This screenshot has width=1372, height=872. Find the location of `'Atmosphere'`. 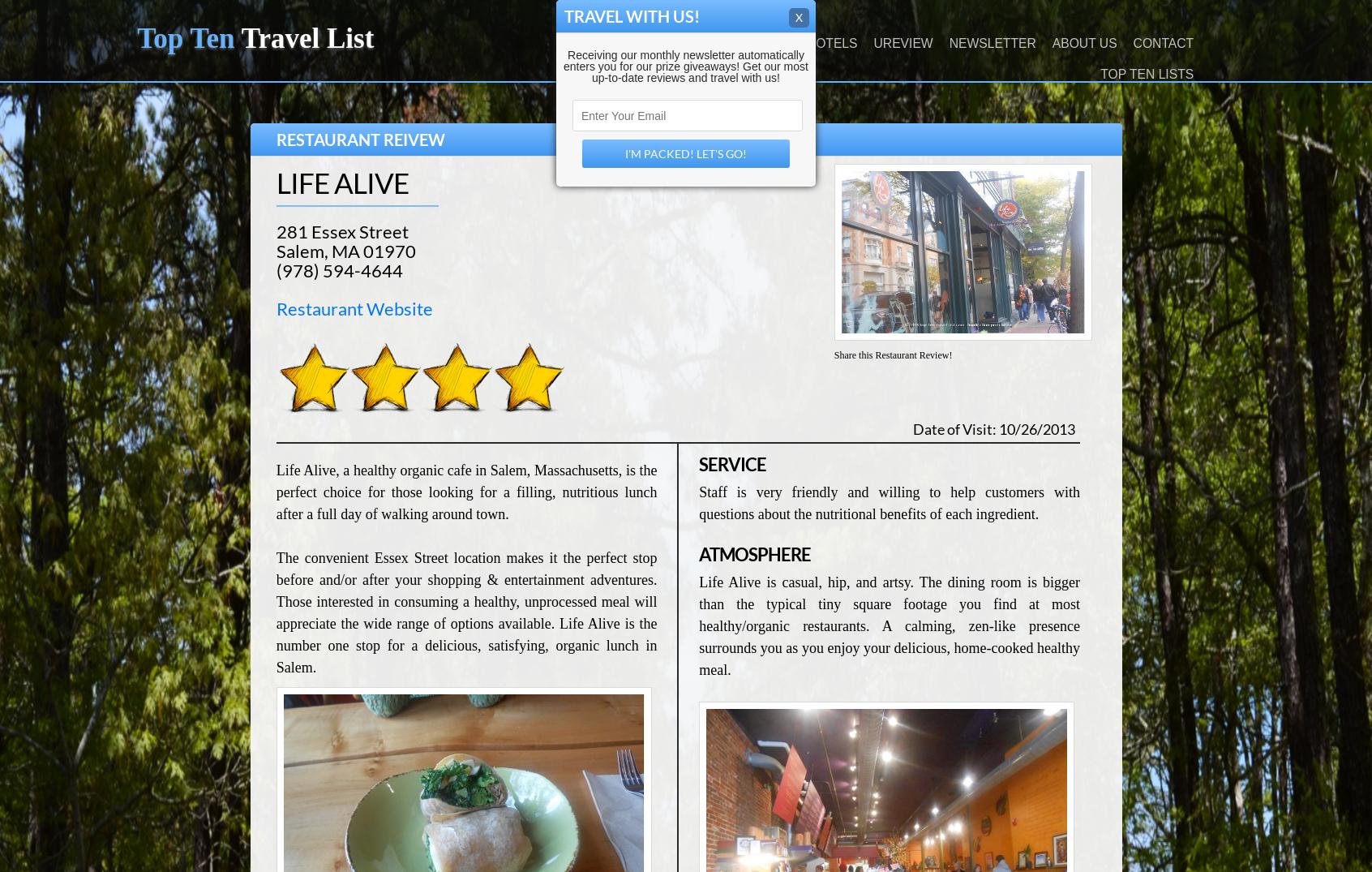

'Atmosphere' is located at coordinates (698, 554).